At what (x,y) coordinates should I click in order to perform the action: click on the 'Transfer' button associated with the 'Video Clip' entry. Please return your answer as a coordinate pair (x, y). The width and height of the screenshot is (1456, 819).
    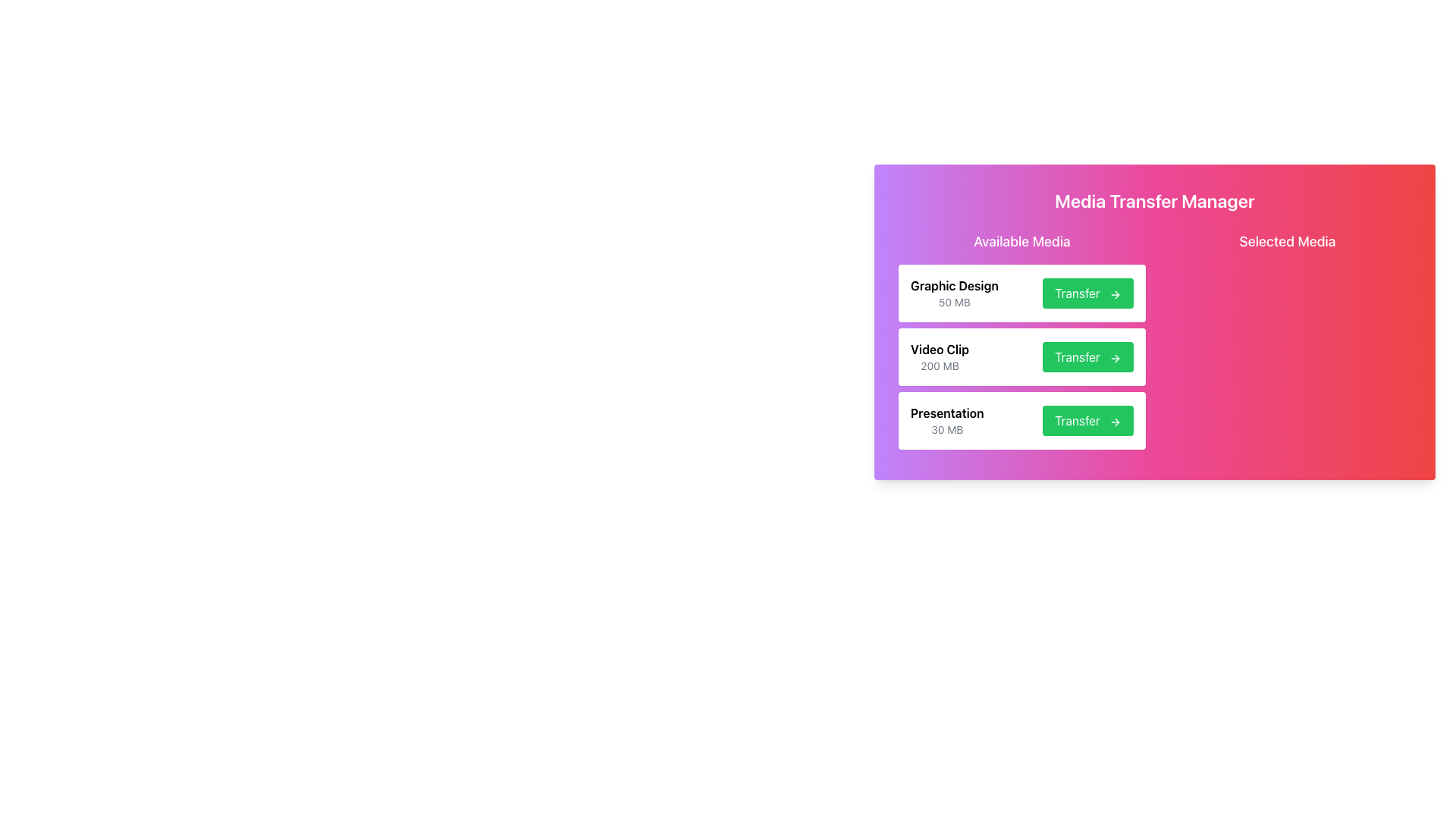
    Looking at the image, I should click on (1022, 343).